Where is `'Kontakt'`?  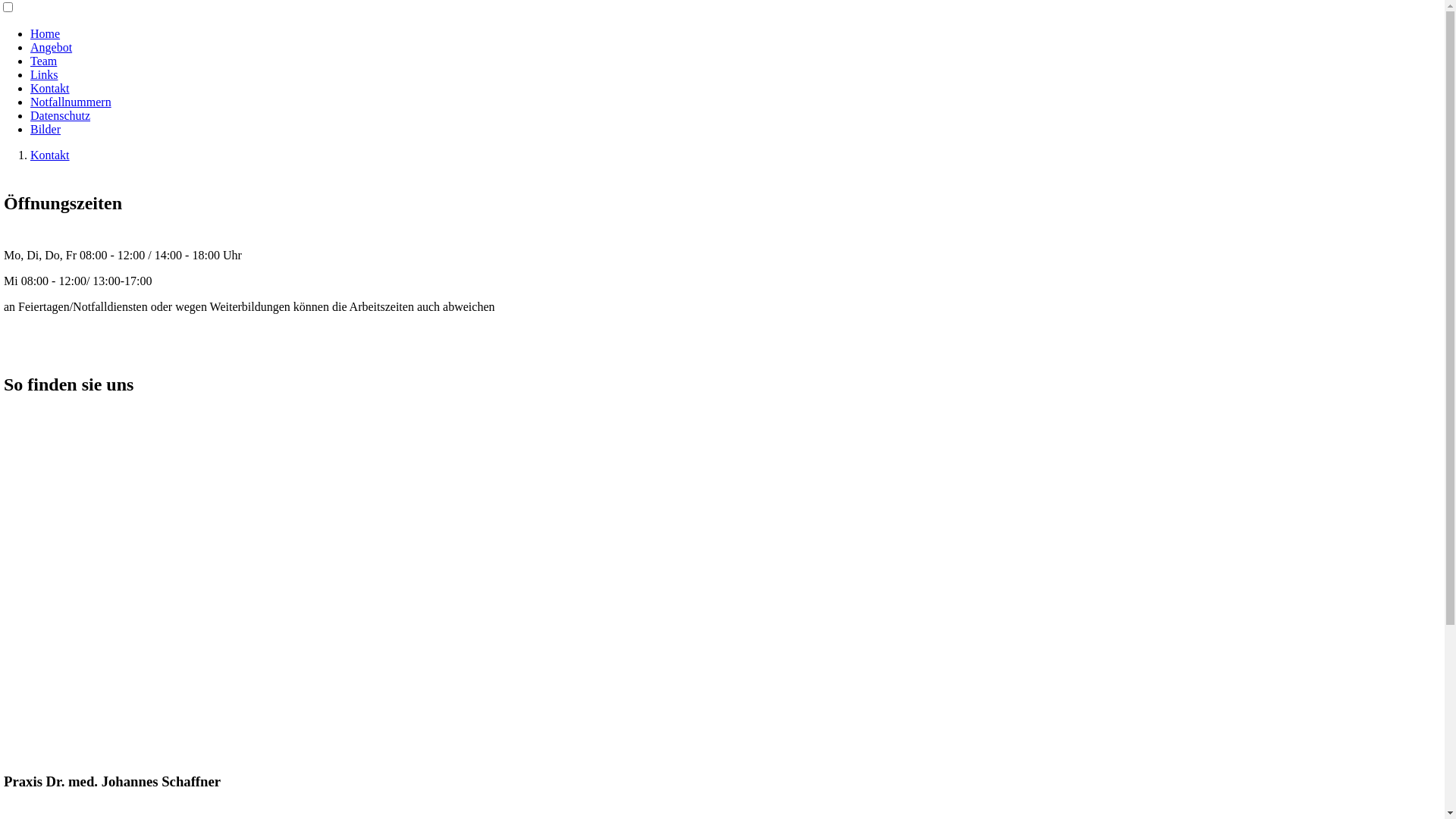 'Kontakt' is located at coordinates (50, 88).